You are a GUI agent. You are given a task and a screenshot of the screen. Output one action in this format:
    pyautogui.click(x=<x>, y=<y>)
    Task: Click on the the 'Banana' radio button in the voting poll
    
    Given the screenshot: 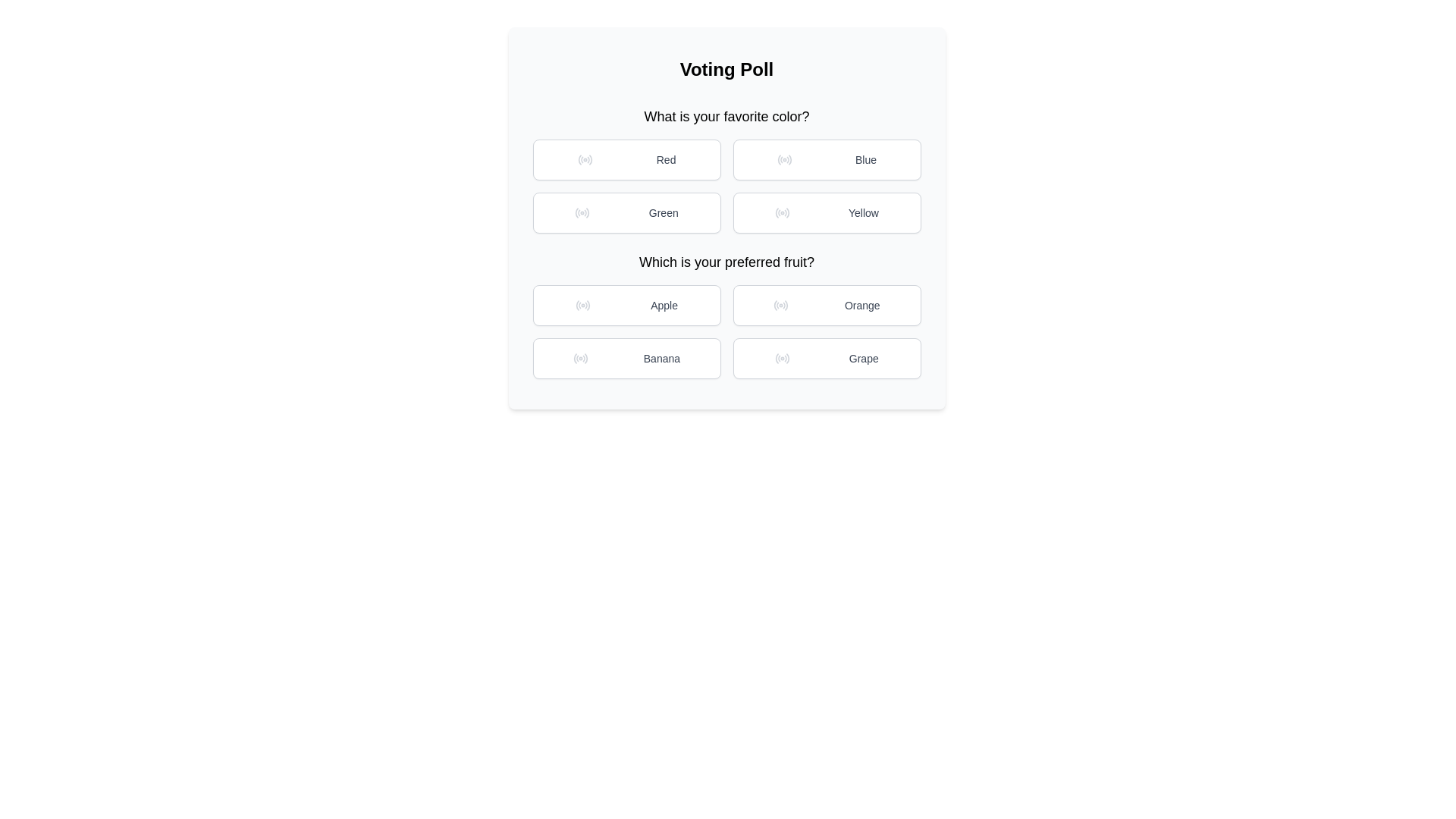 What is the action you would take?
    pyautogui.click(x=579, y=359)
    